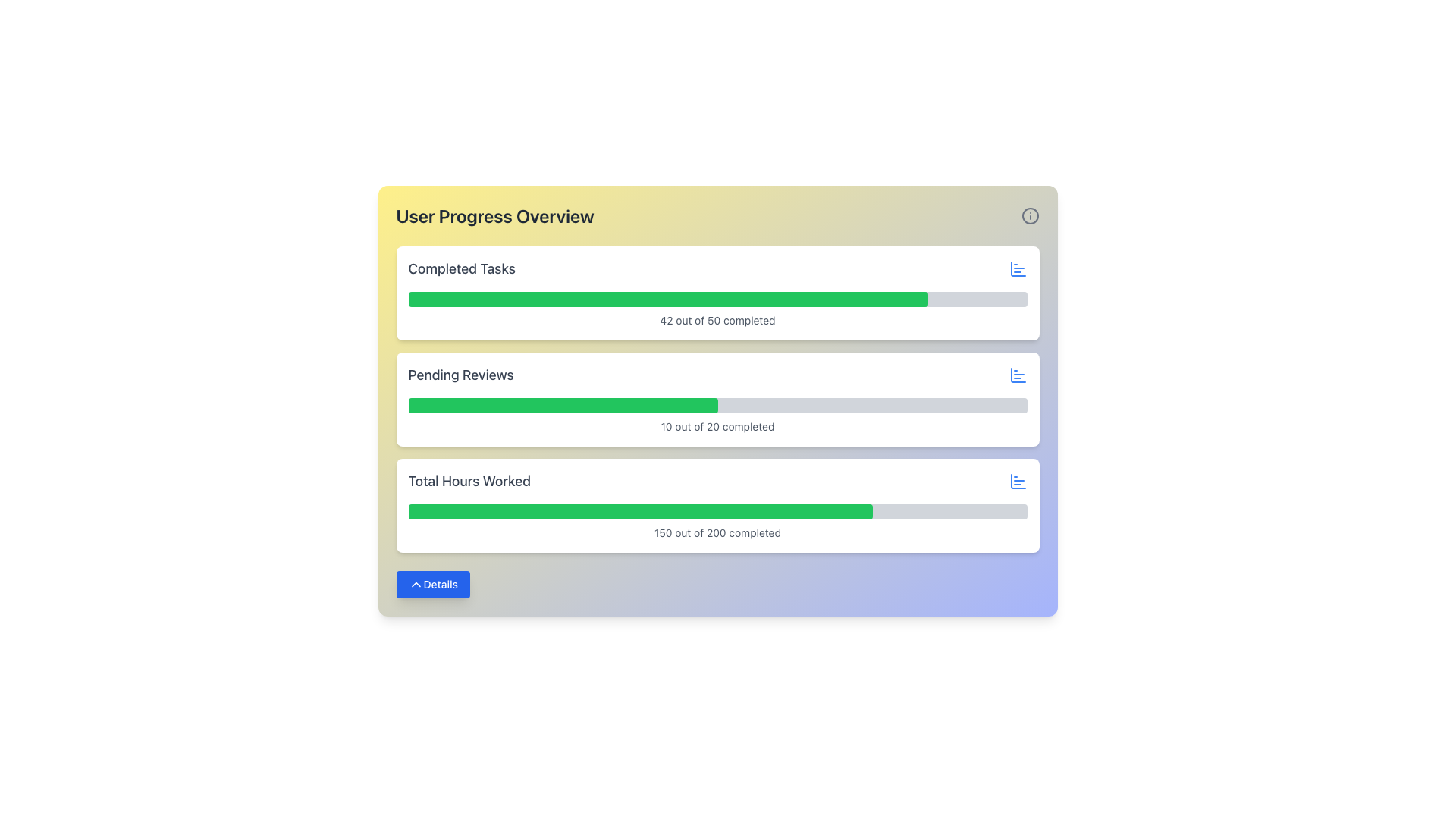  I want to click on the small upward-pointing chevron icon located within the 'Details' button at the bottom-left corner of the interface, so click(416, 584).